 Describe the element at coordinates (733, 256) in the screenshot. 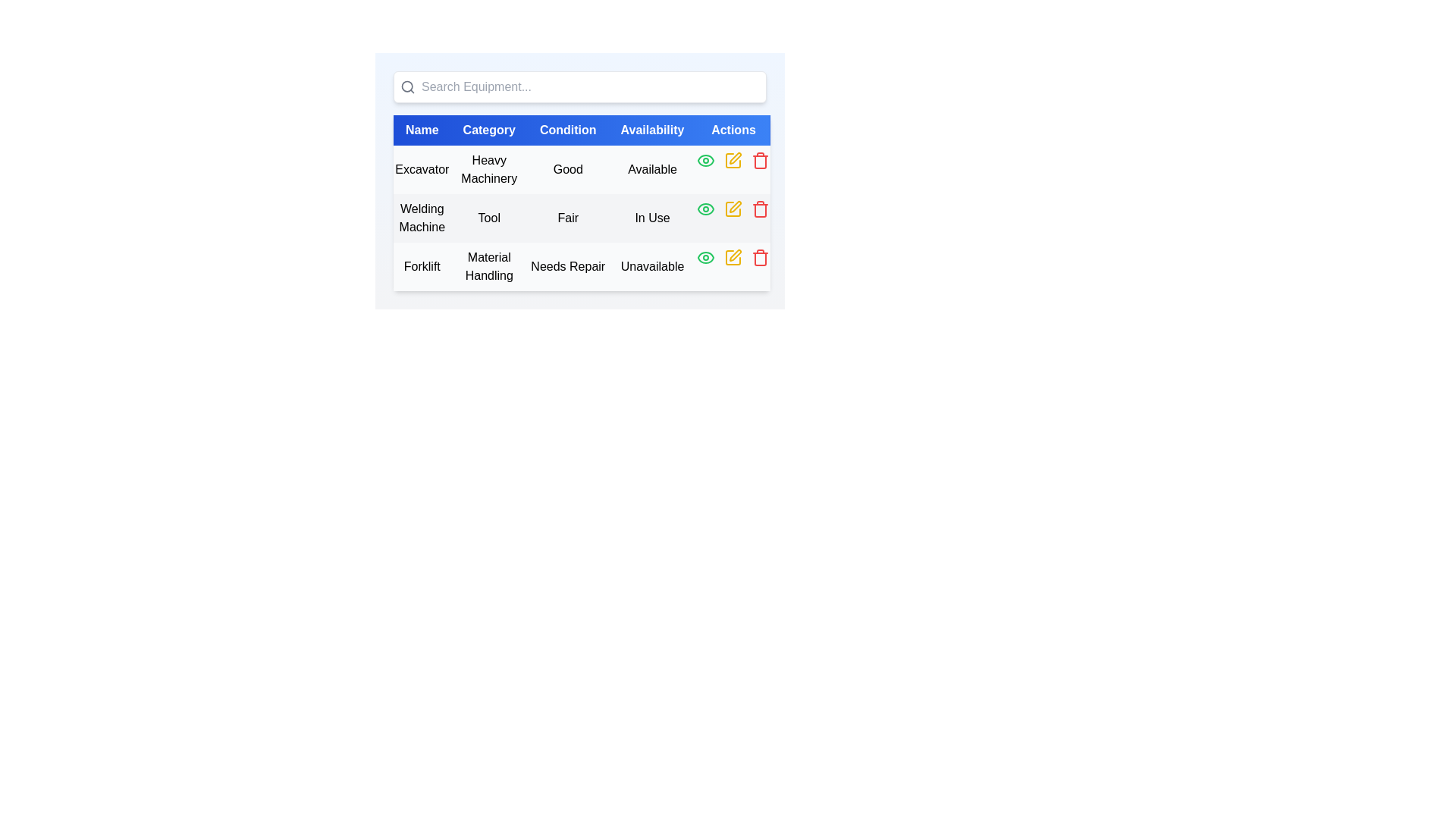

I see `the edit icon base structure in the 'Actions' column for the 'Forklift' entry, which is positioned between the 'view' and 'delete' icons` at that location.